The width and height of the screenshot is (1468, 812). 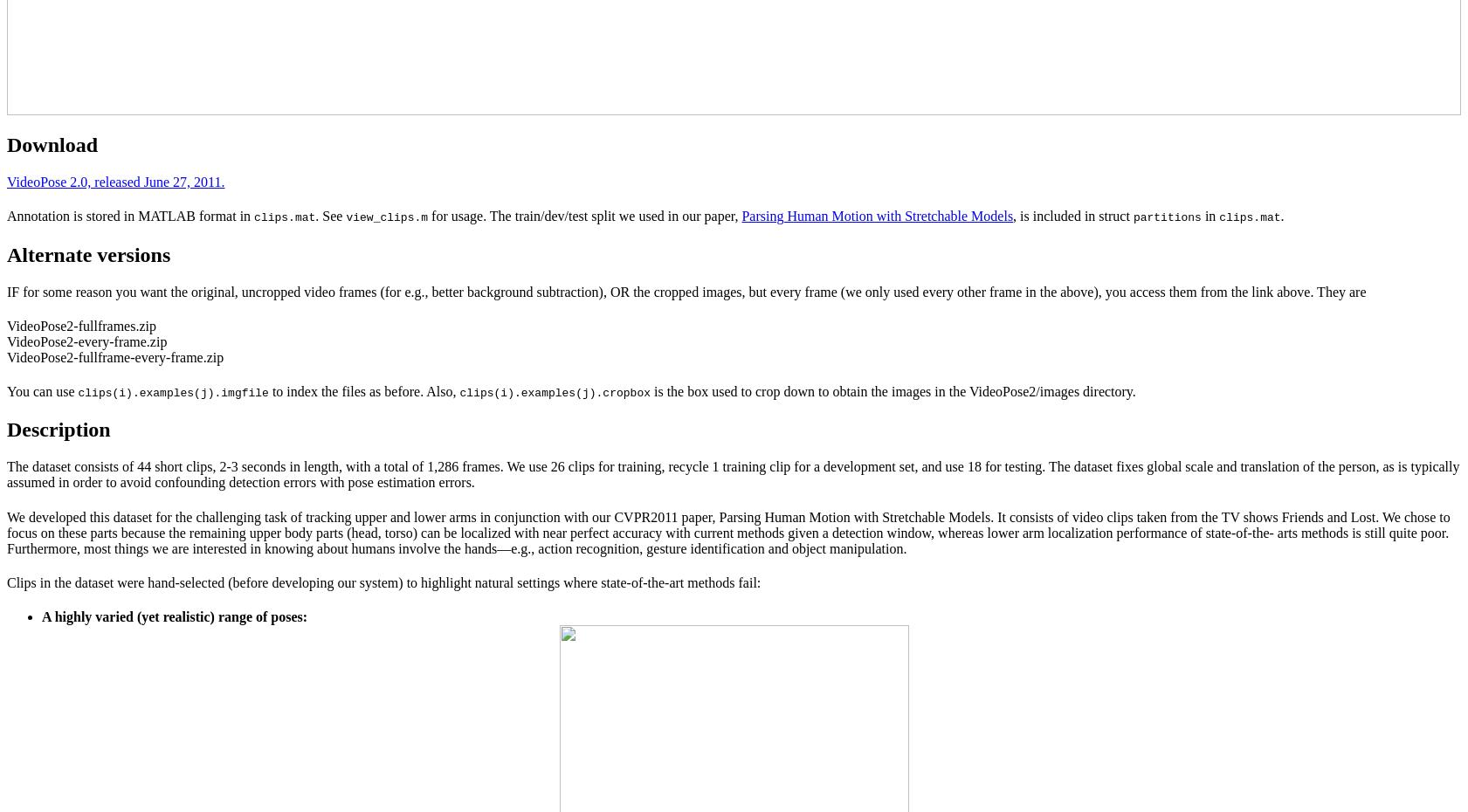 I want to click on 'Download', so click(x=52, y=144).